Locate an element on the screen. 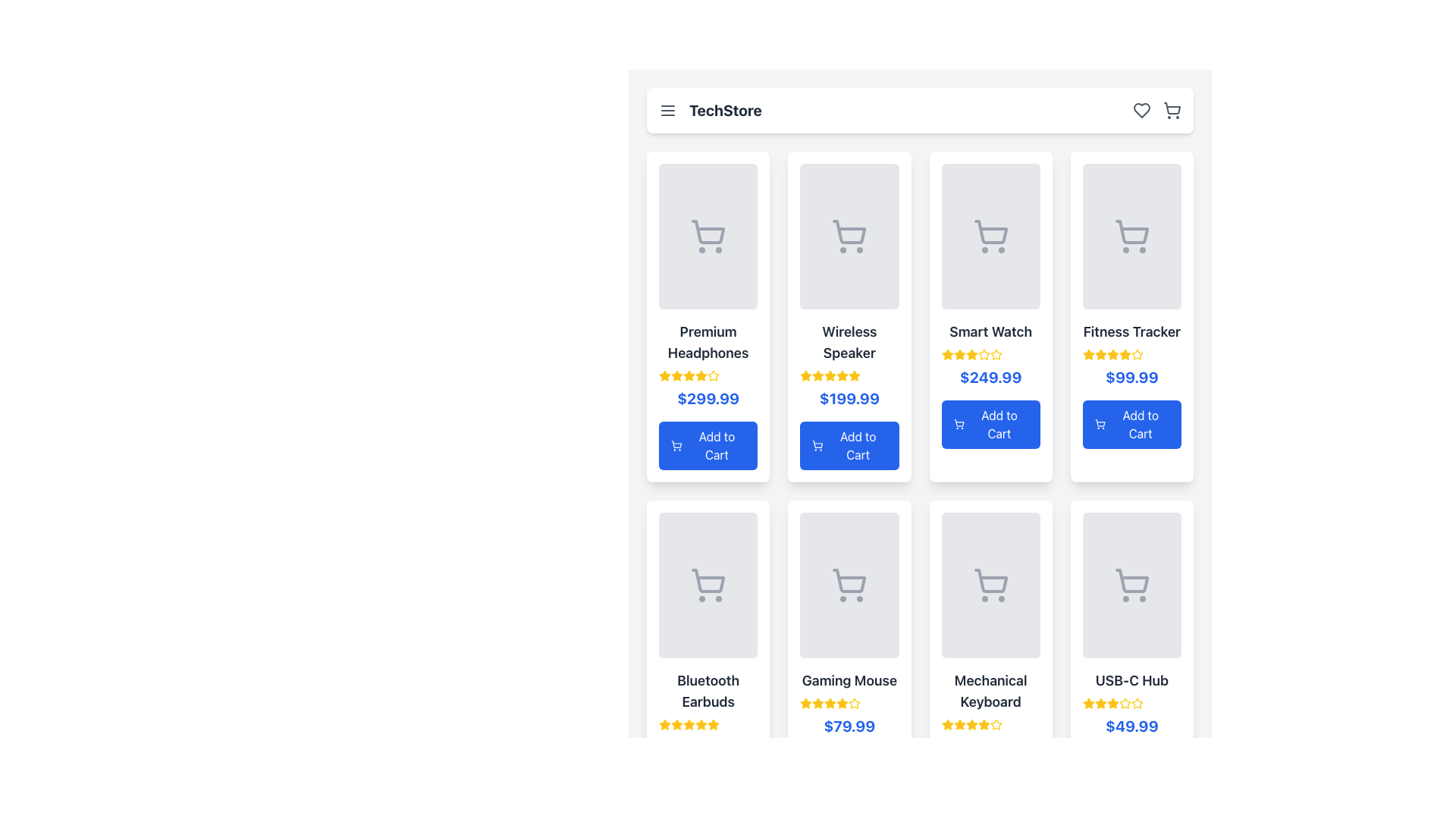  the fifth star-shaped icon with a yellow outline in the rating system for the 'Gaming Mouse' product to rate it is located at coordinates (855, 704).